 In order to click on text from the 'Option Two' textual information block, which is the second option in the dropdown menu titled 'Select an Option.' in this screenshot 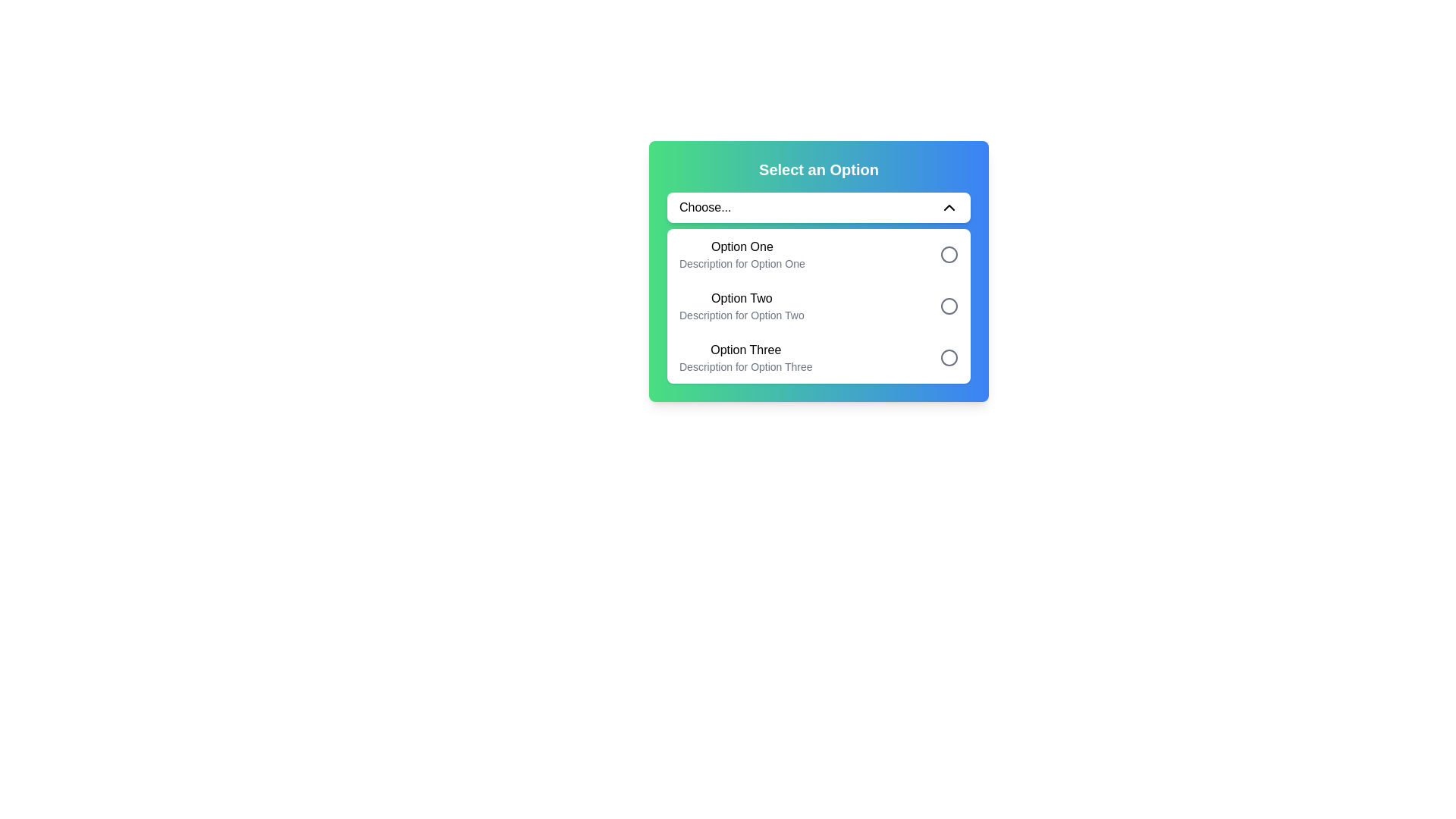, I will do `click(742, 306)`.